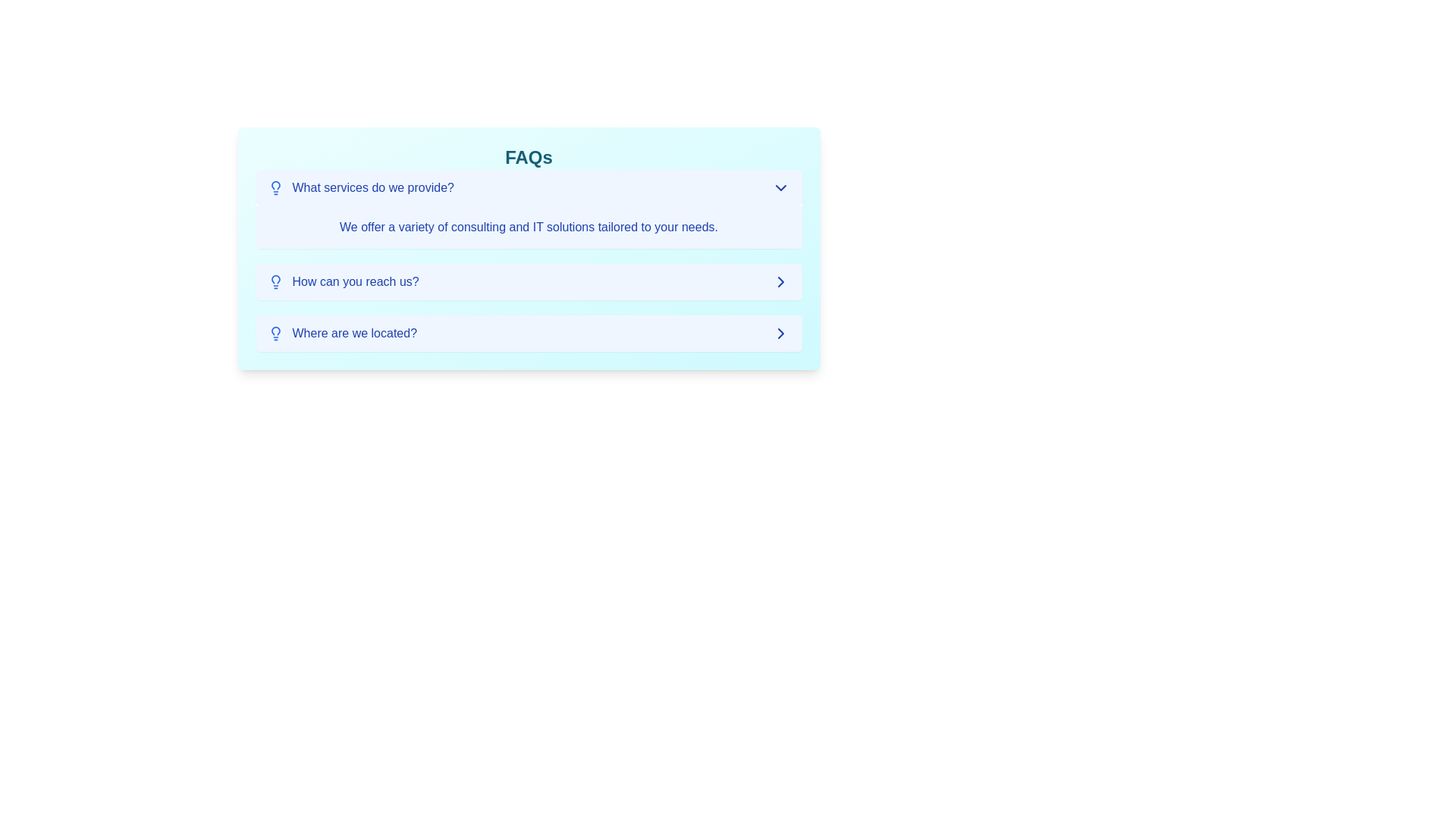 This screenshot has width=1456, height=819. What do you see at coordinates (529, 227) in the screenshot?
I see `descriptive information provided in the static text content block located in the FAQ section below the question 'What services do we provide?'` at bounding box center [529, 227].